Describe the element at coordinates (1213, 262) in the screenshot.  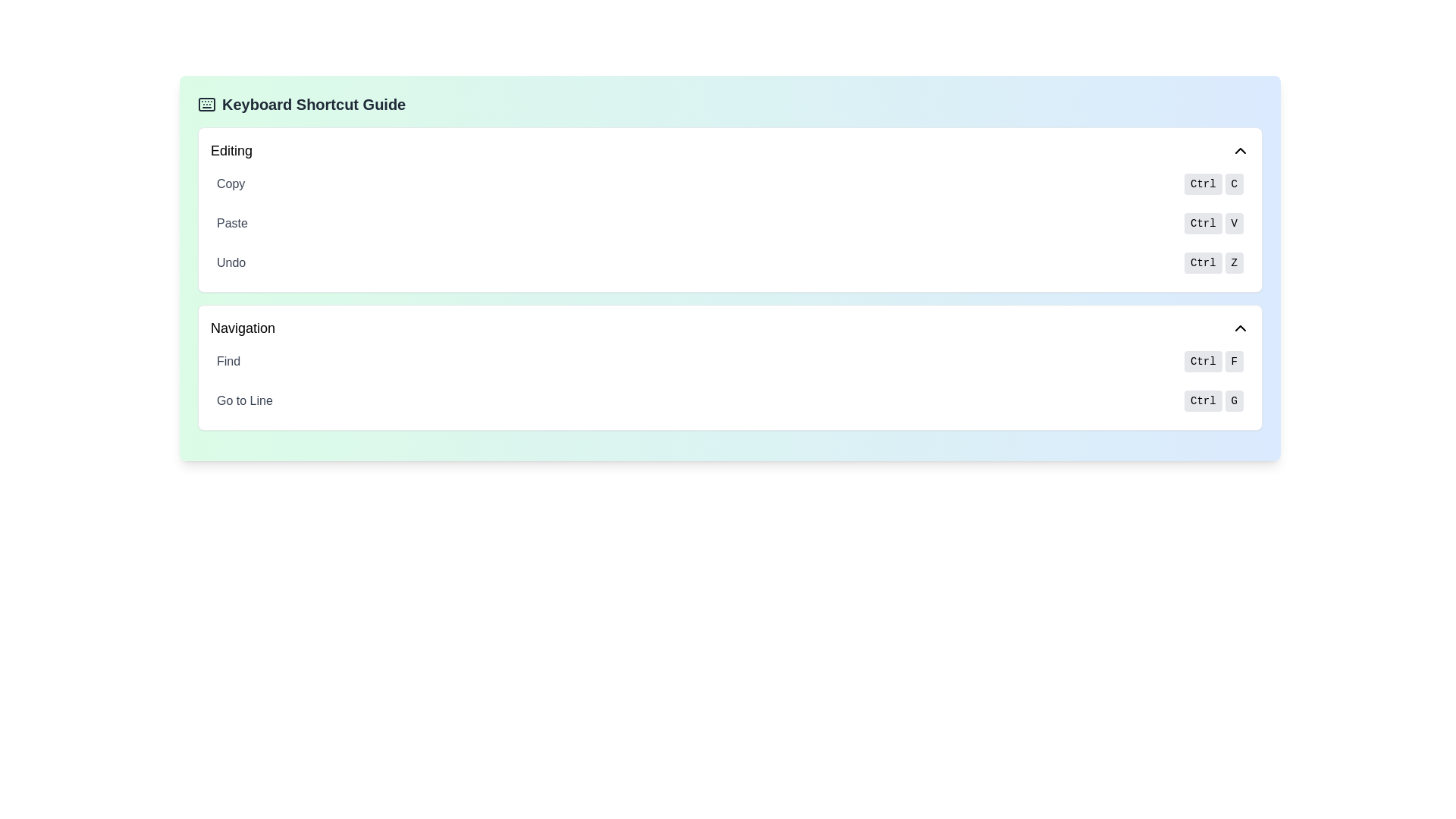
I see `the 'Ctrl' keyboard shortcut display indicator located to the far right of the 'Undo' text in the 'Editing' category of the 'Keyboard Shortcut Guide'` at that location.